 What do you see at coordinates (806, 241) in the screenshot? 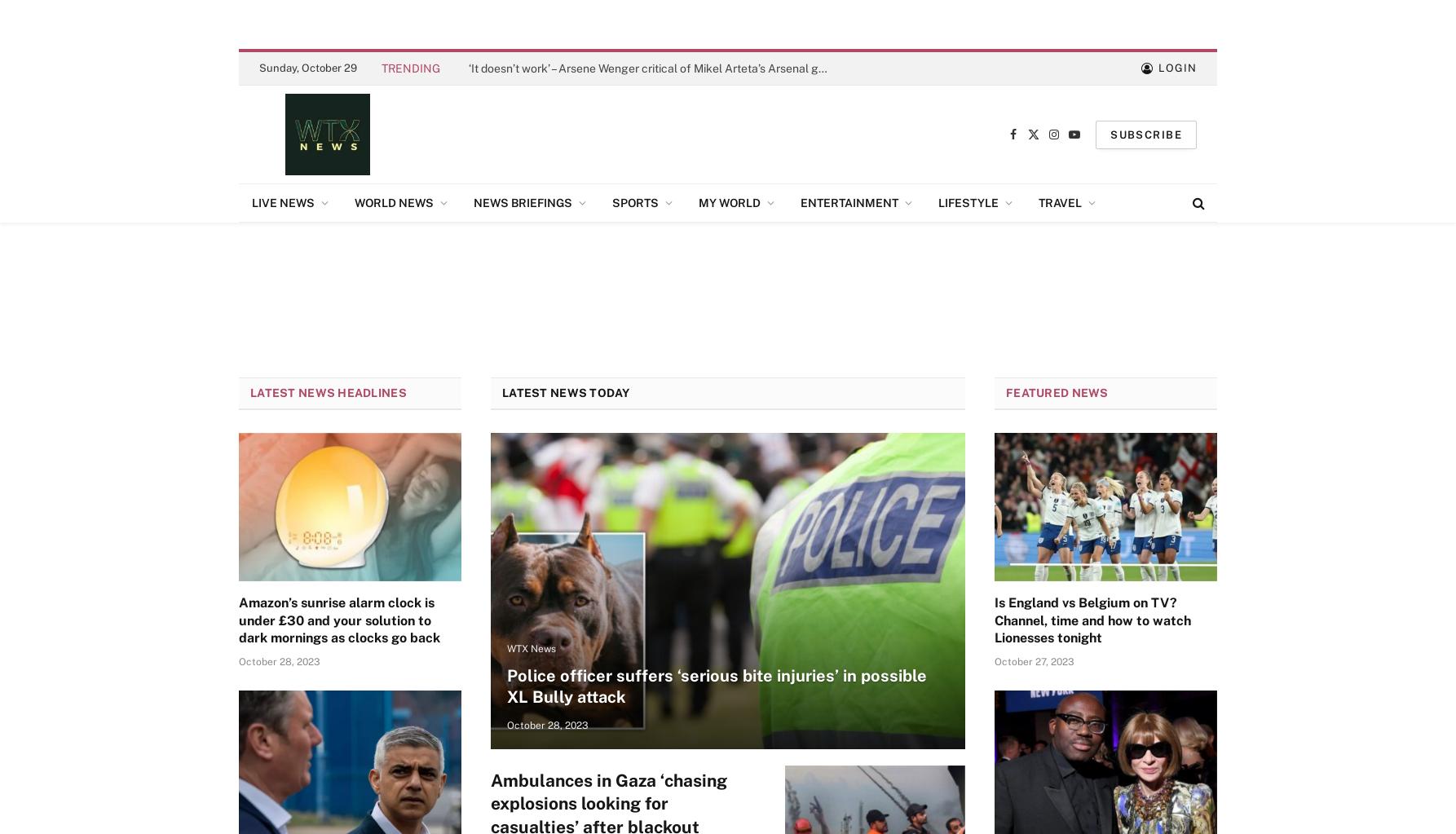
I see `'Insta Talk'` at bounding box center [806, 241].